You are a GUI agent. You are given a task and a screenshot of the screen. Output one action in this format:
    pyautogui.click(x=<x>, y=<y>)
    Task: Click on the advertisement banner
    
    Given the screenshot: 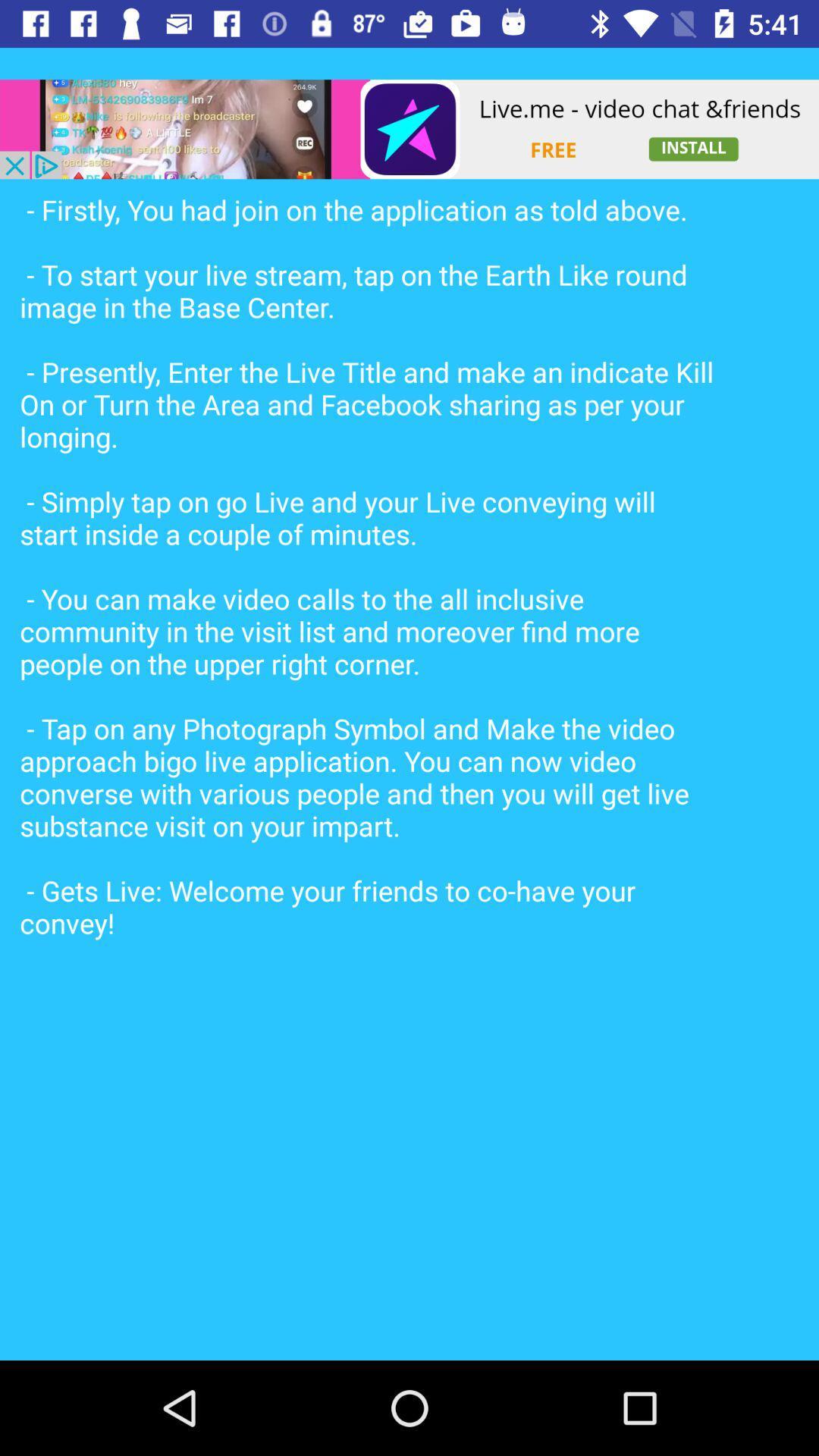 What is the action you would take?
    pyautogui.click(x=409, y=129)
    